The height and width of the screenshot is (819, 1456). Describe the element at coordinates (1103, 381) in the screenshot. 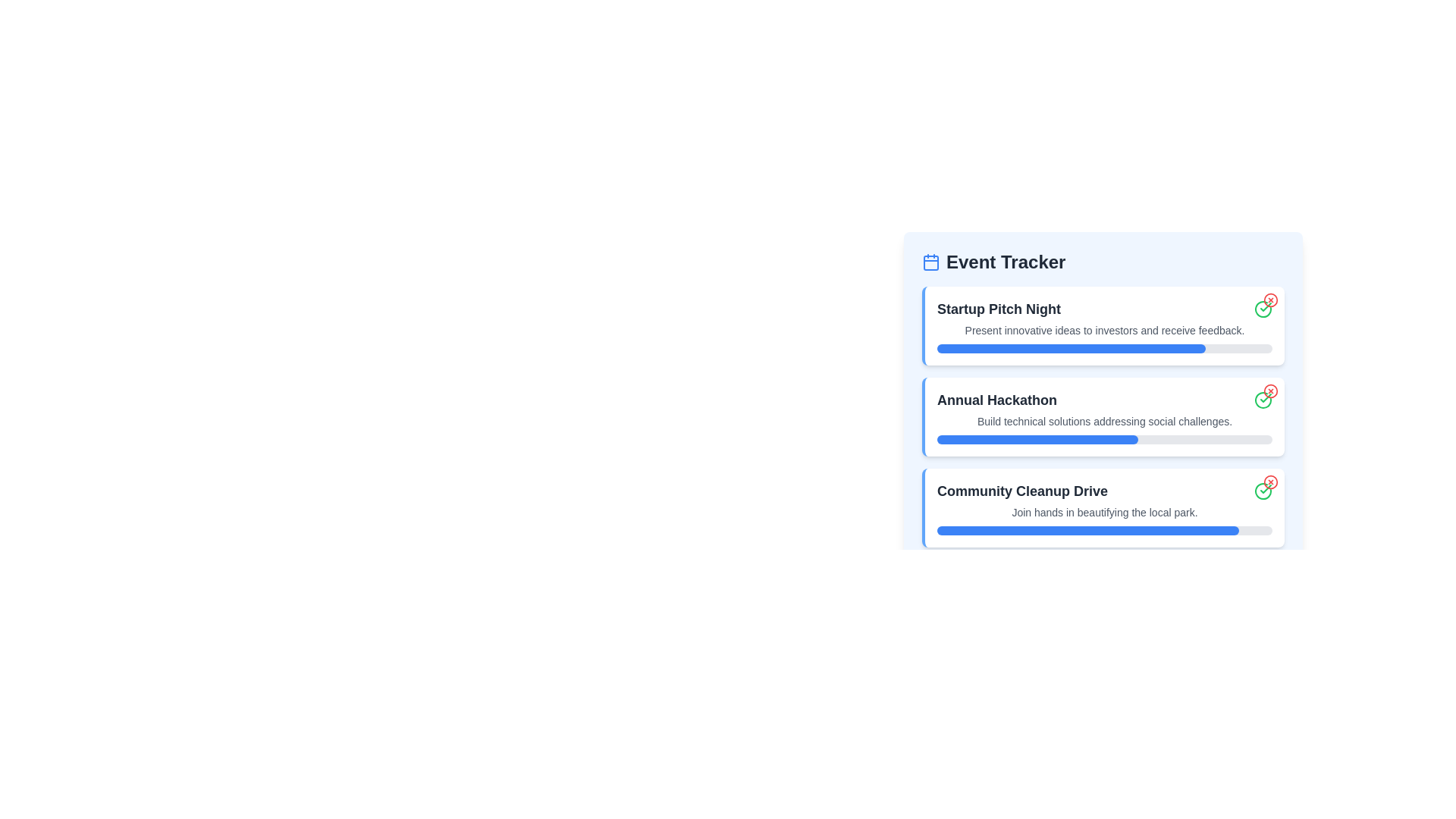

I see `the 'Annual Hackathon' Event Description Card` at that location.